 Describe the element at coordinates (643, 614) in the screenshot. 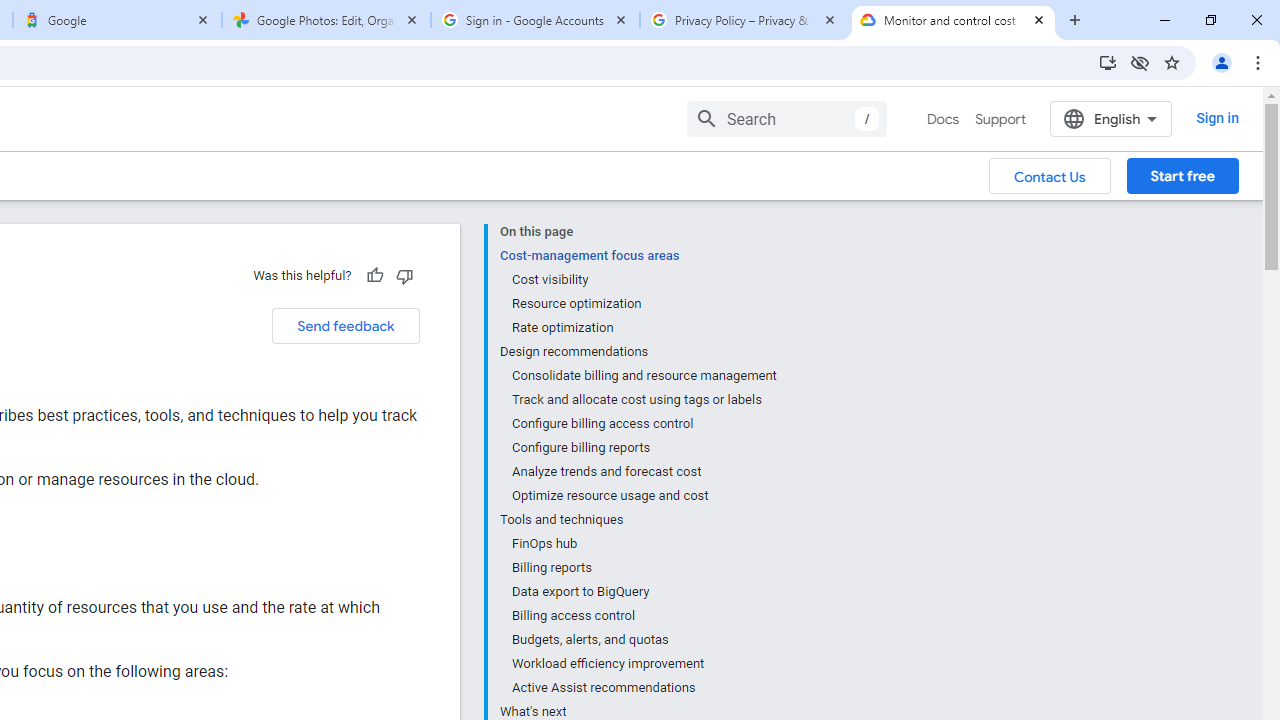

I see `'Billing access control'` at that location.